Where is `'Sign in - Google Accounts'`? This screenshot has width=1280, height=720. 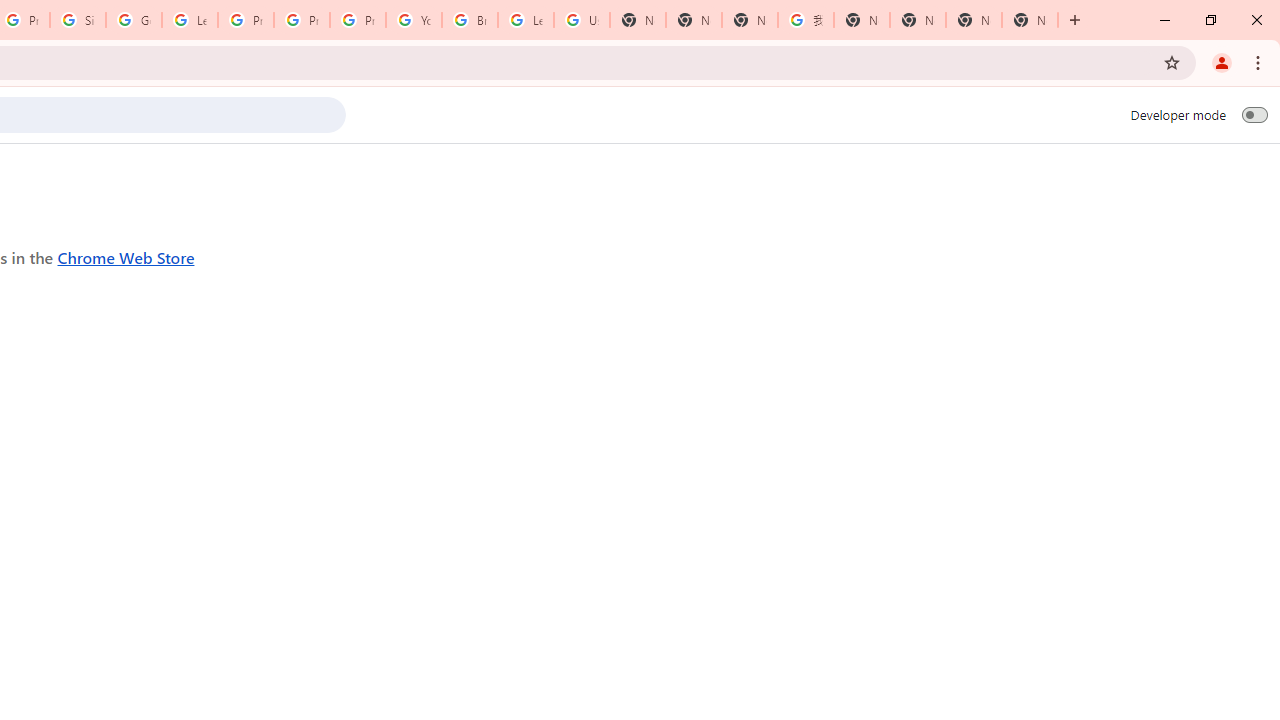 'Sign in - Google Accounts' is located at coordinates (78, 20).